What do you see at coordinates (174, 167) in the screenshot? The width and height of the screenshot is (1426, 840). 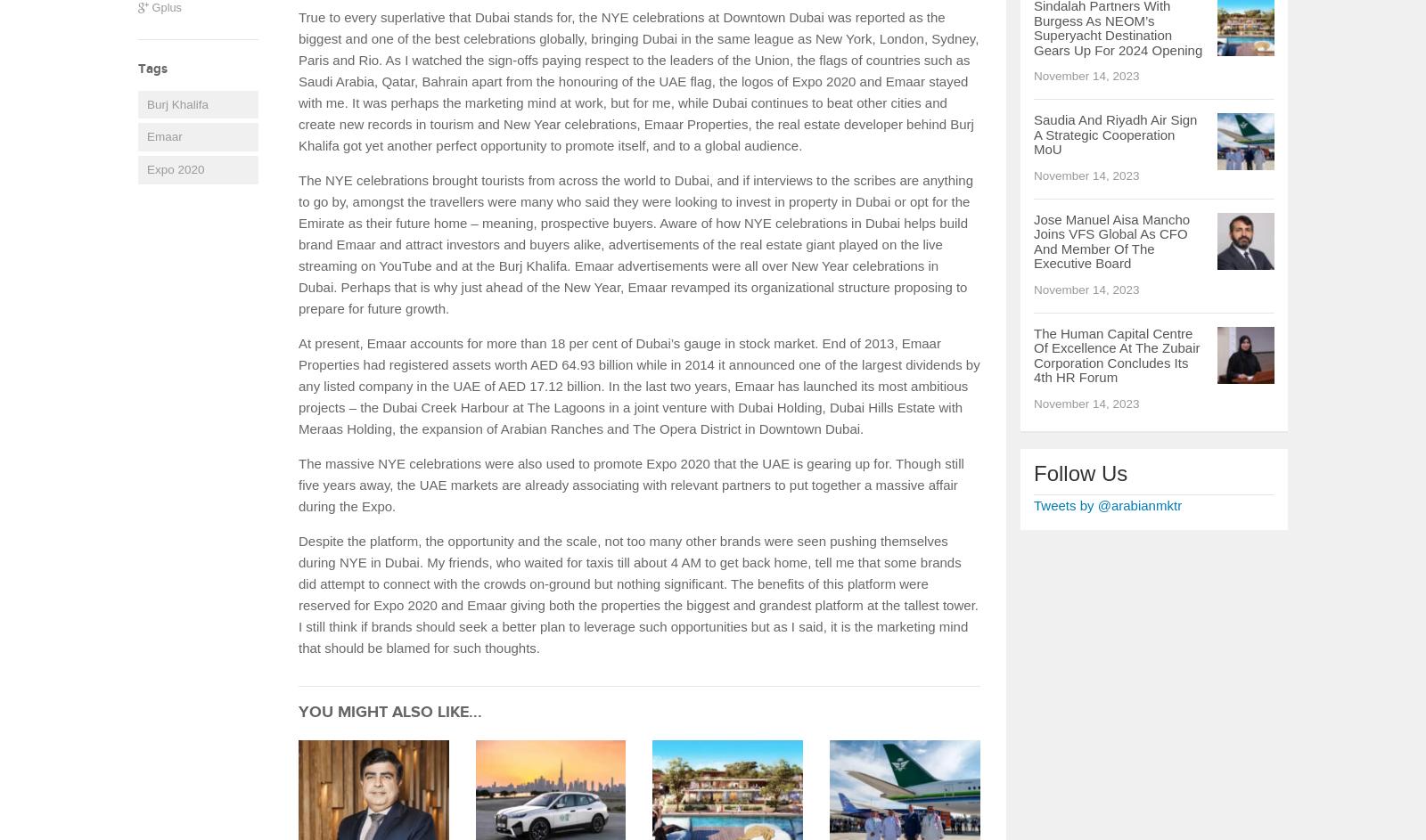 I see `'Expo 2020'` at bounding box center [174, 167].